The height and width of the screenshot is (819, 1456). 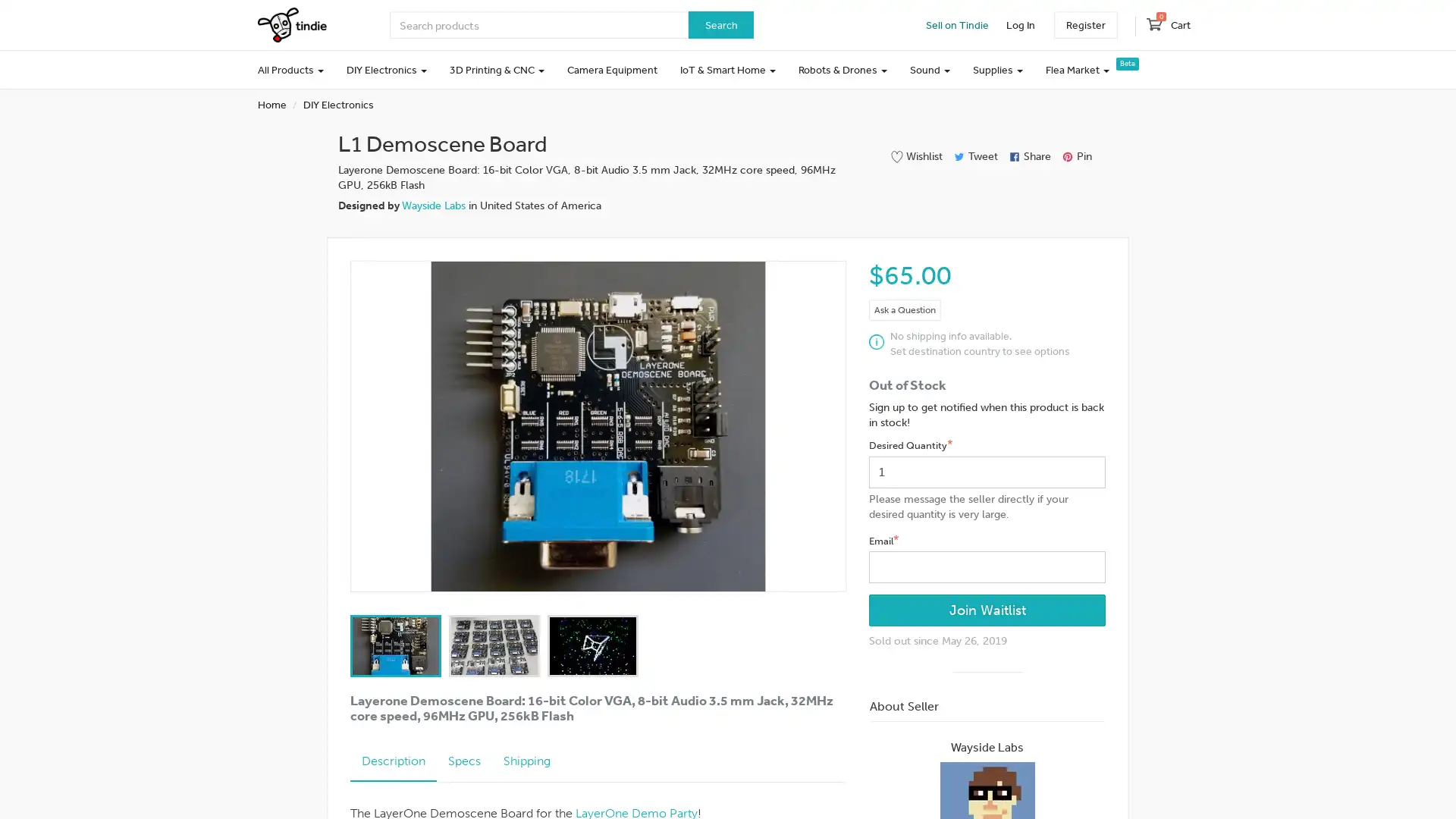 What do you see at coordinates (720, 25) in the screenshot?
I see `Search` at bounding box center [720, 25].